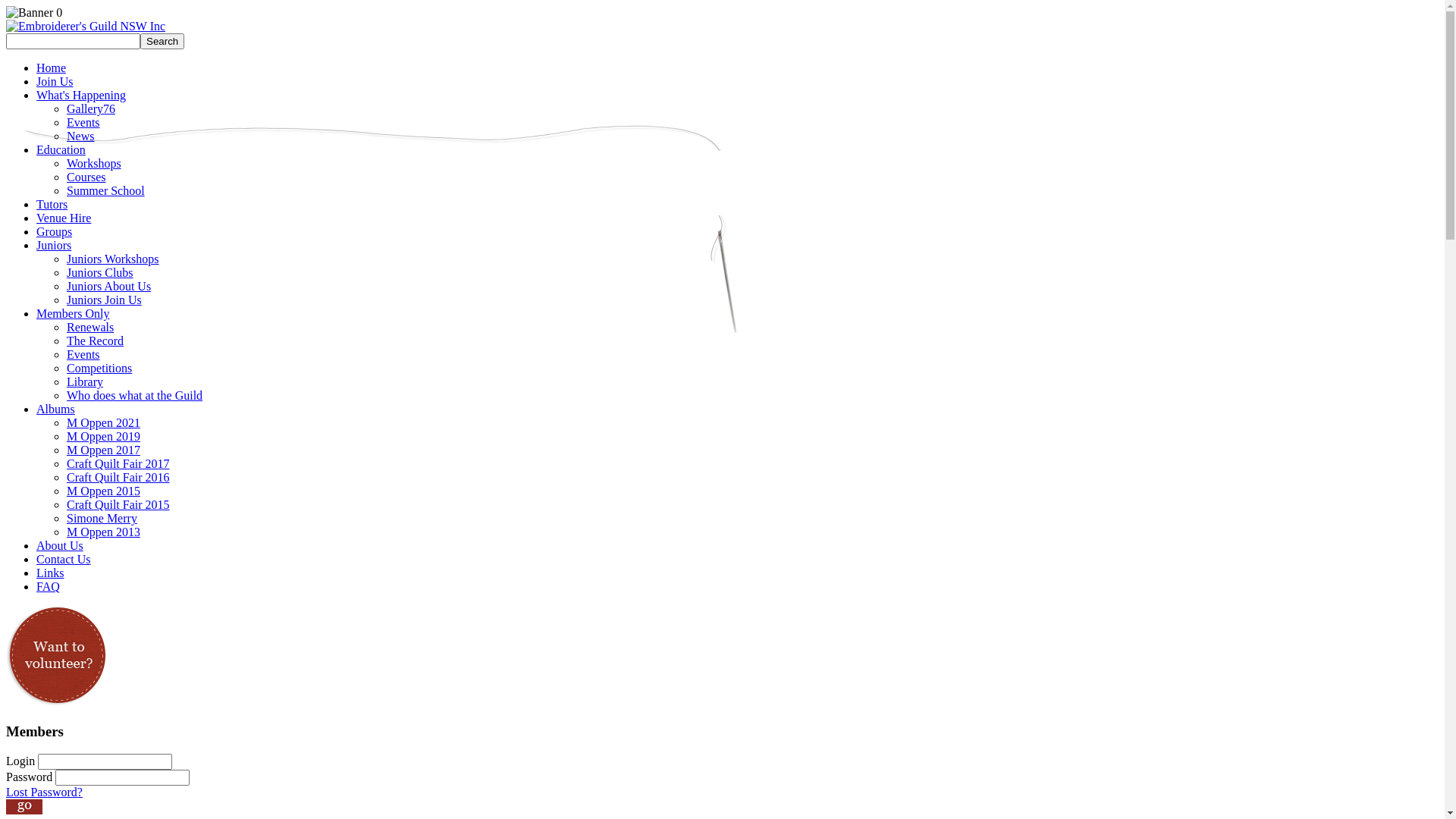 This screenshot has height=819, width=1456. Describe the element at coordinates (54, 231) in the screenshot. I see `'Groups'` at that location.